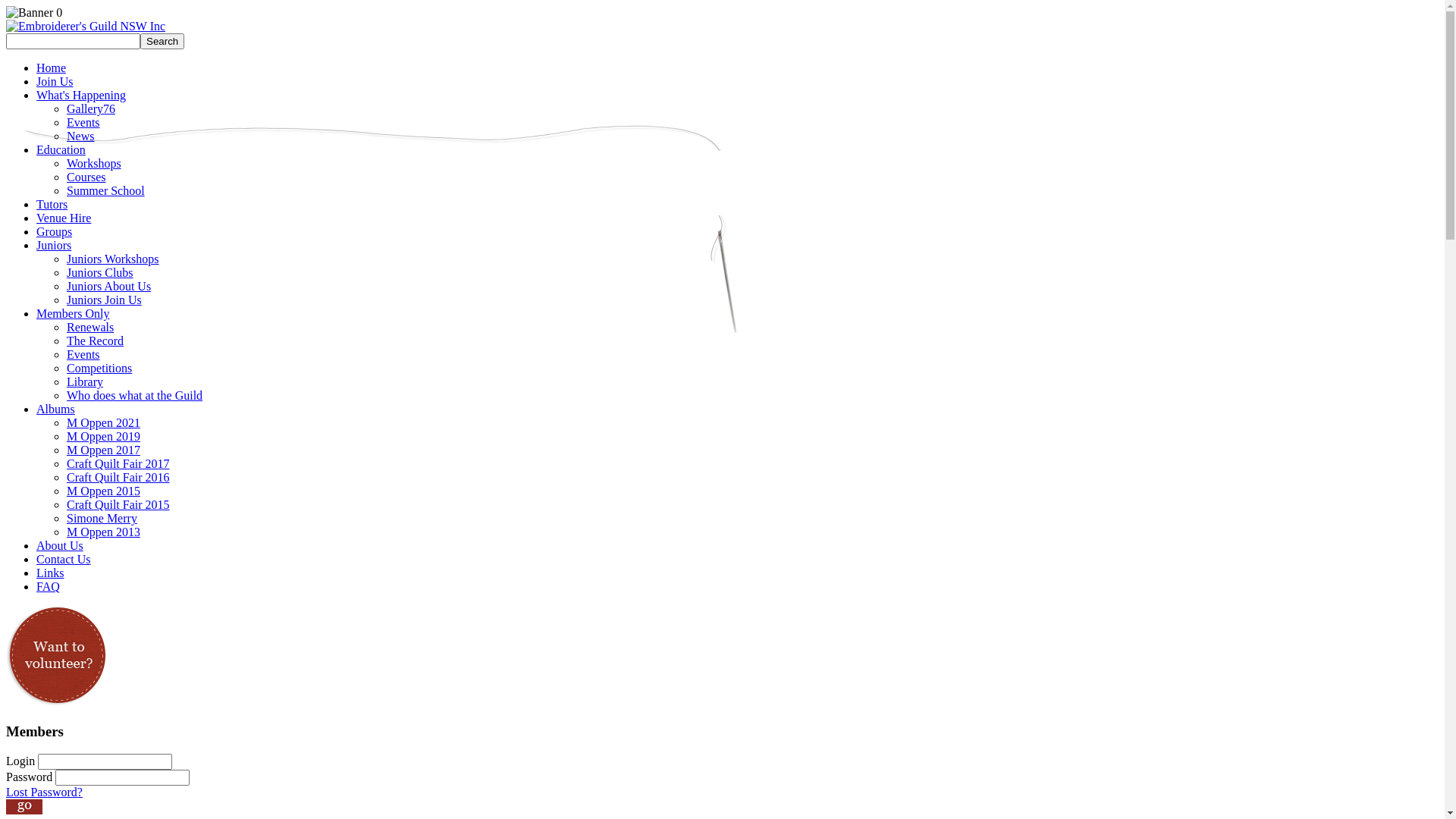 This screenshot has height=819, width=1456. Describe the element at coordinates (54, 231) in the screenshot. I see `'Groups'` at that location.